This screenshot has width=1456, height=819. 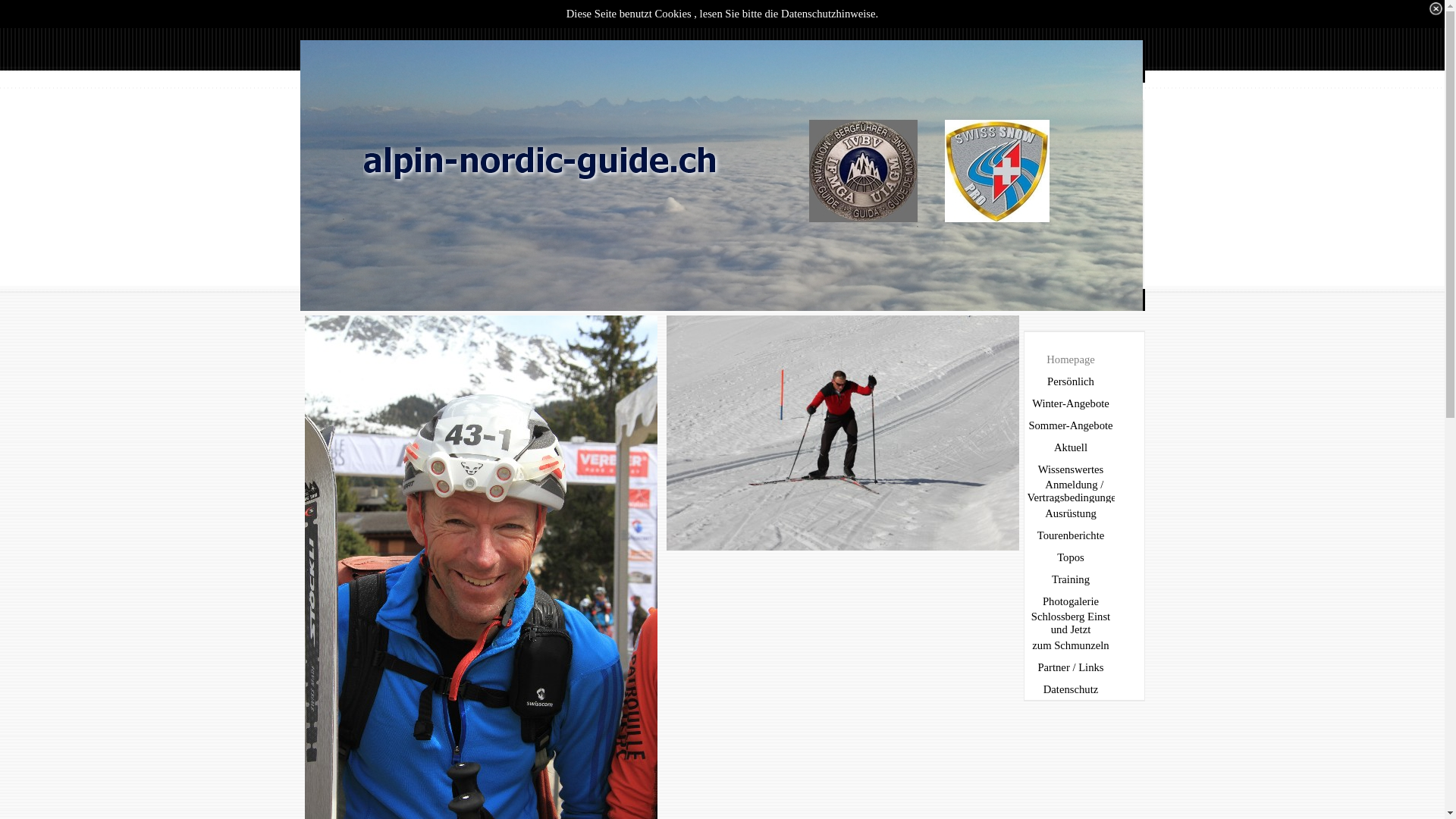 I want to click on 'Homepage', so click(x=1072, y=359).